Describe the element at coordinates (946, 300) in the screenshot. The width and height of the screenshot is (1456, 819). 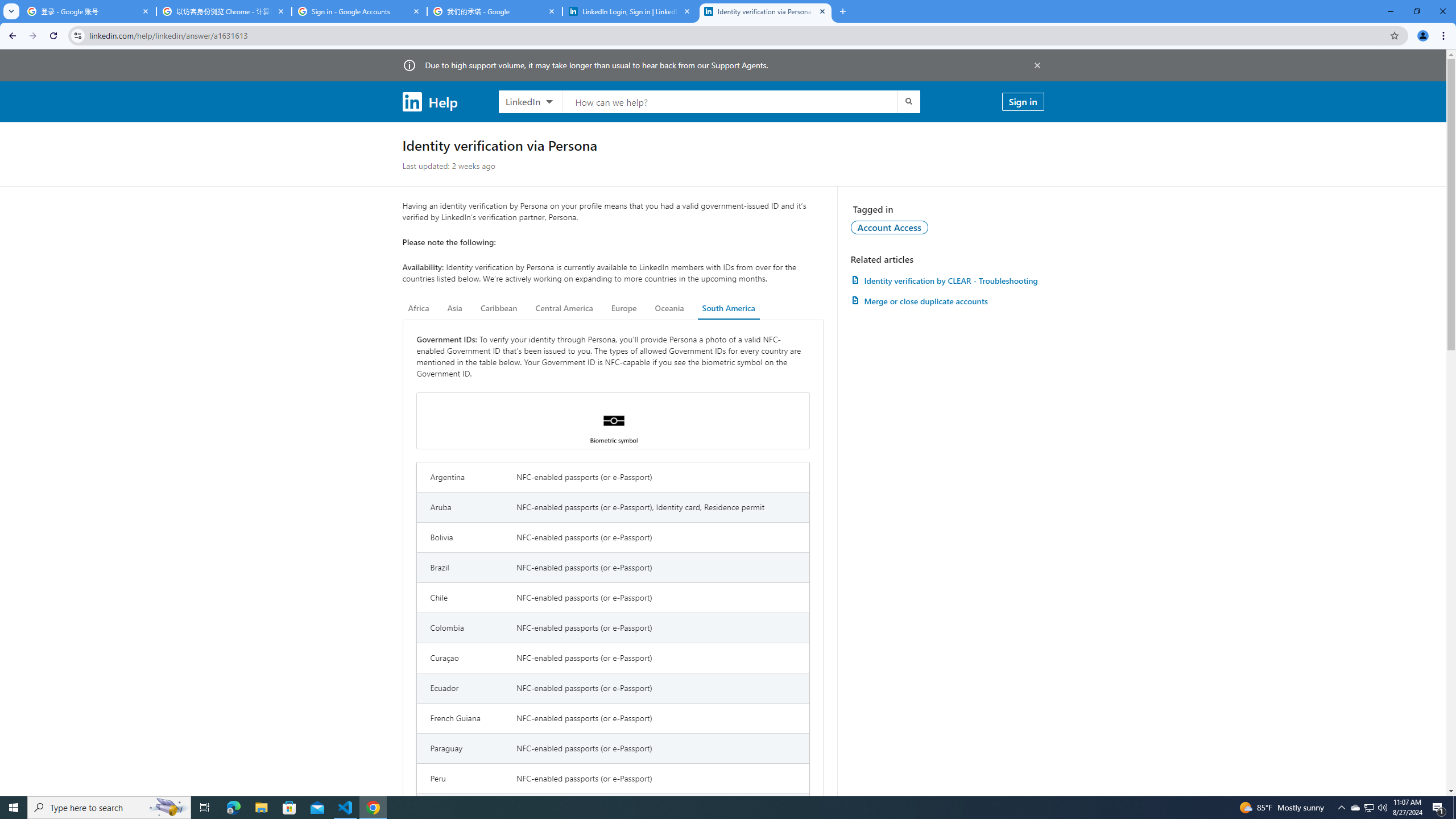
I see `'AutomationID: article-link-a1337200'` at that location.